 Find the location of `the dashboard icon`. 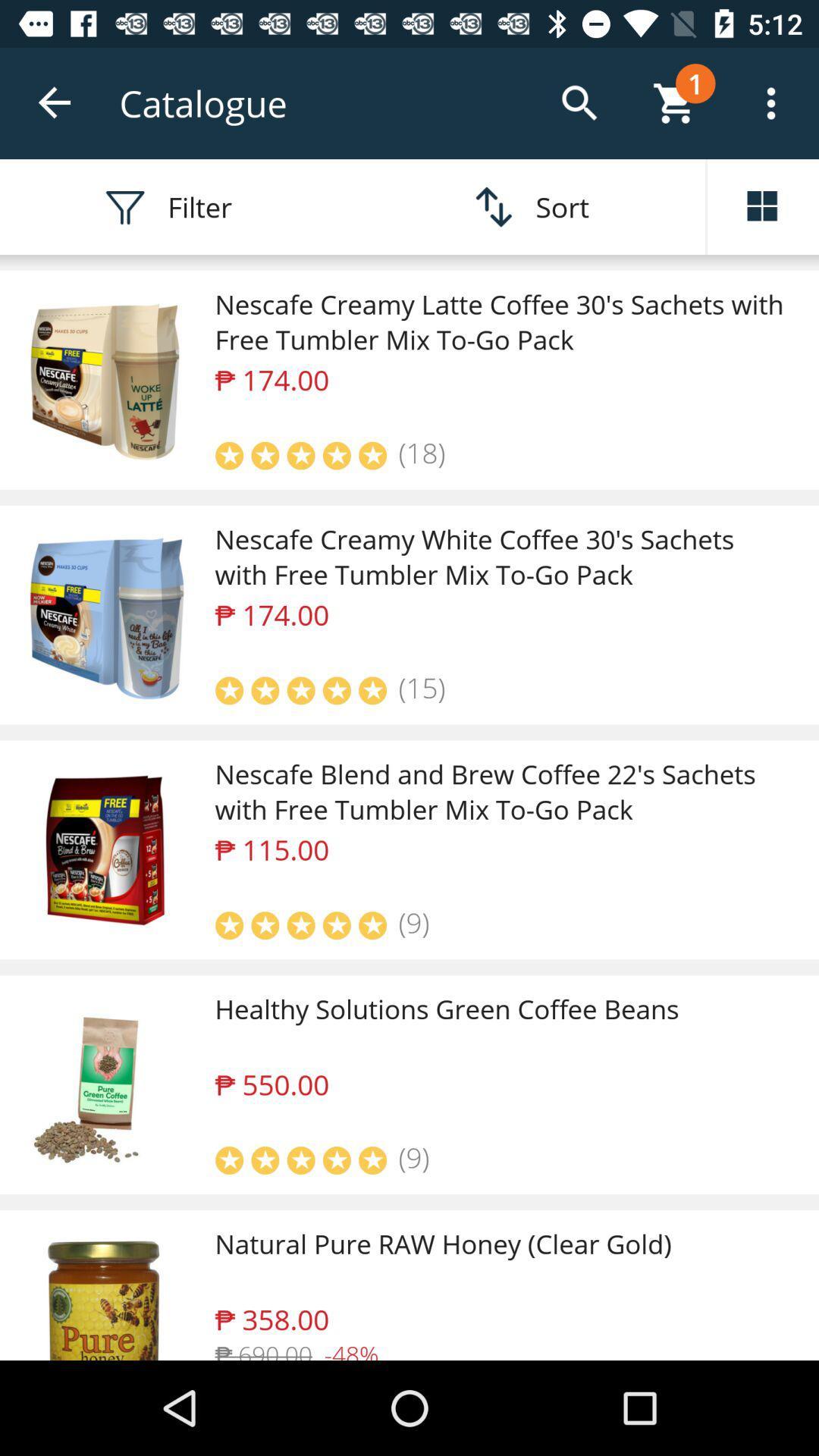

the dashboard icon is located at coordinates (763, 206).